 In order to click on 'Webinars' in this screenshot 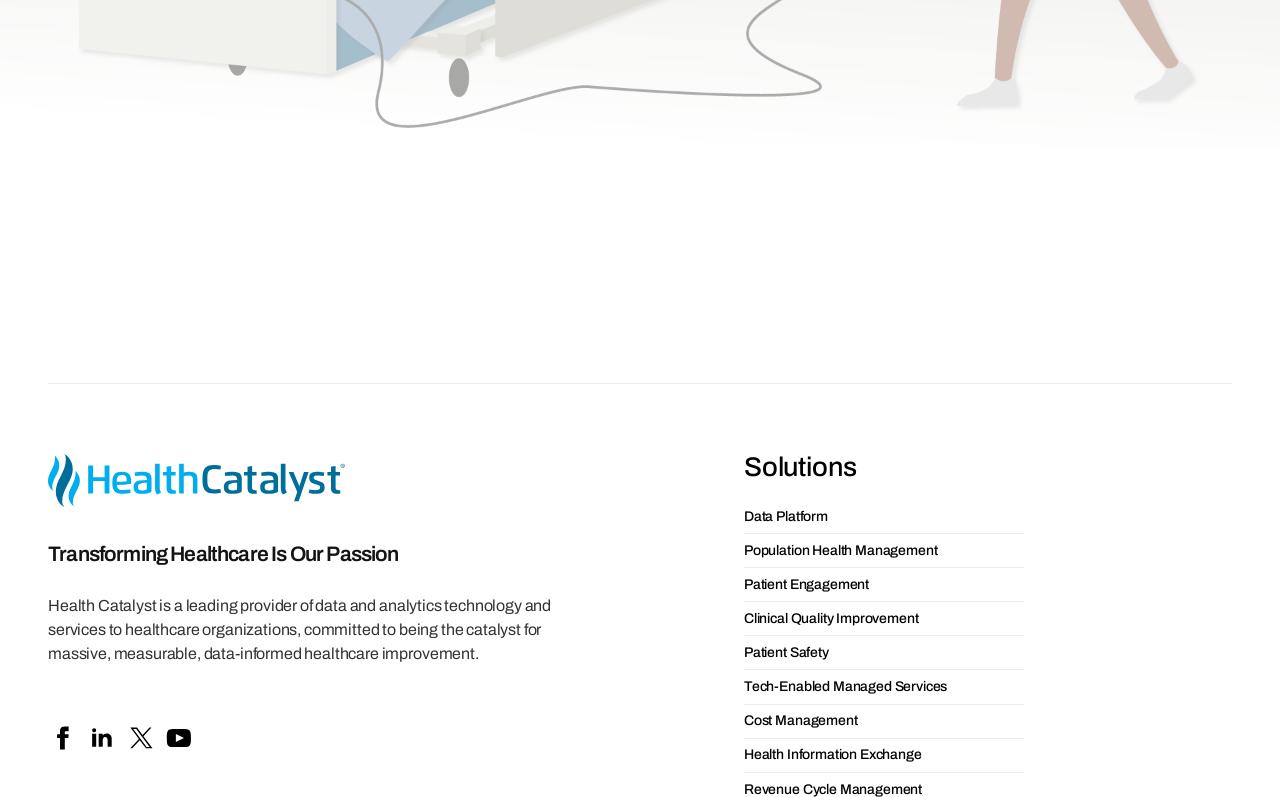, I will do `click(220, 686)`.